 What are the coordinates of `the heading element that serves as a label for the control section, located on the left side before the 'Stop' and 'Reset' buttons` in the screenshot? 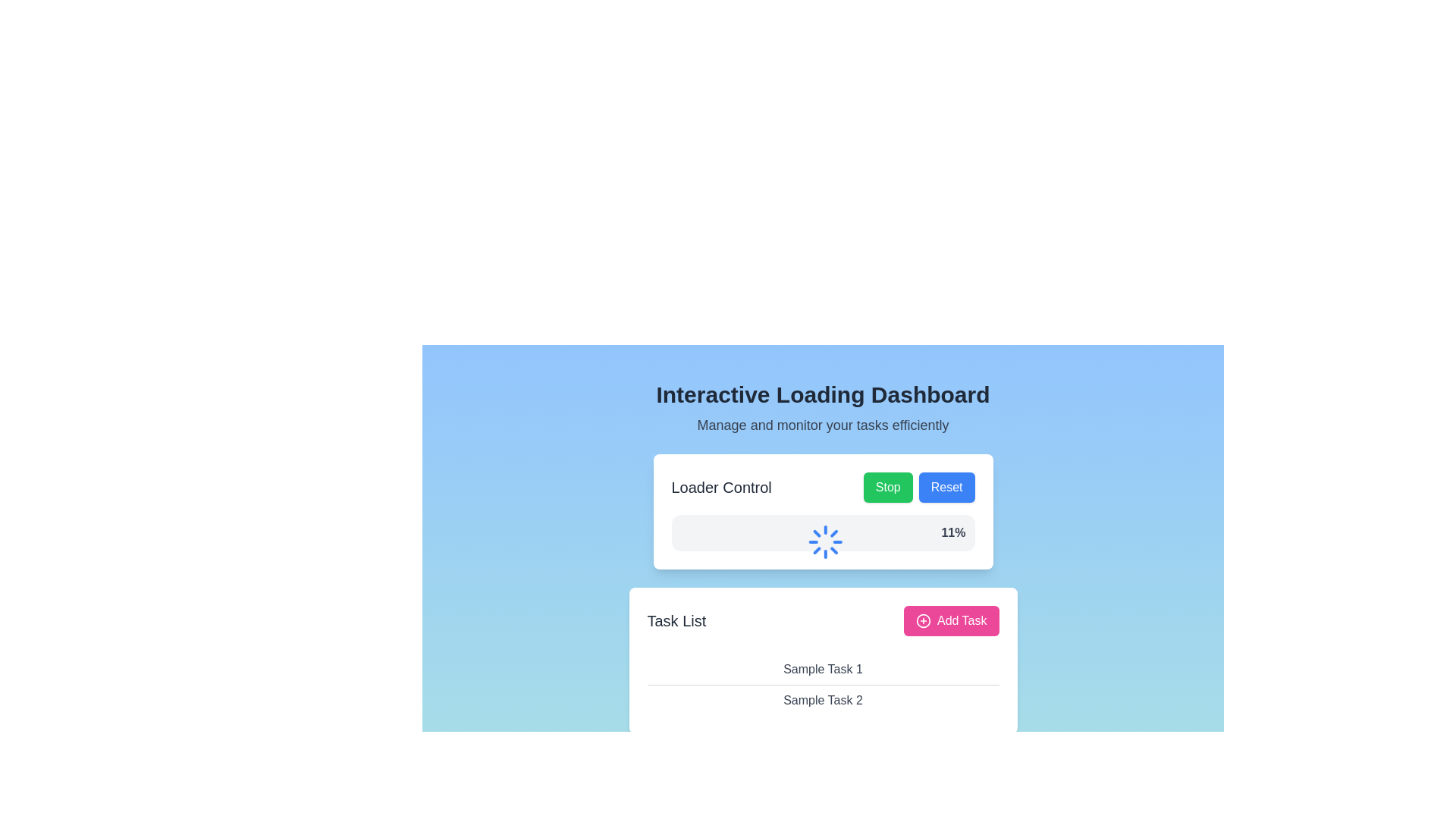 It's located at (720, 488).